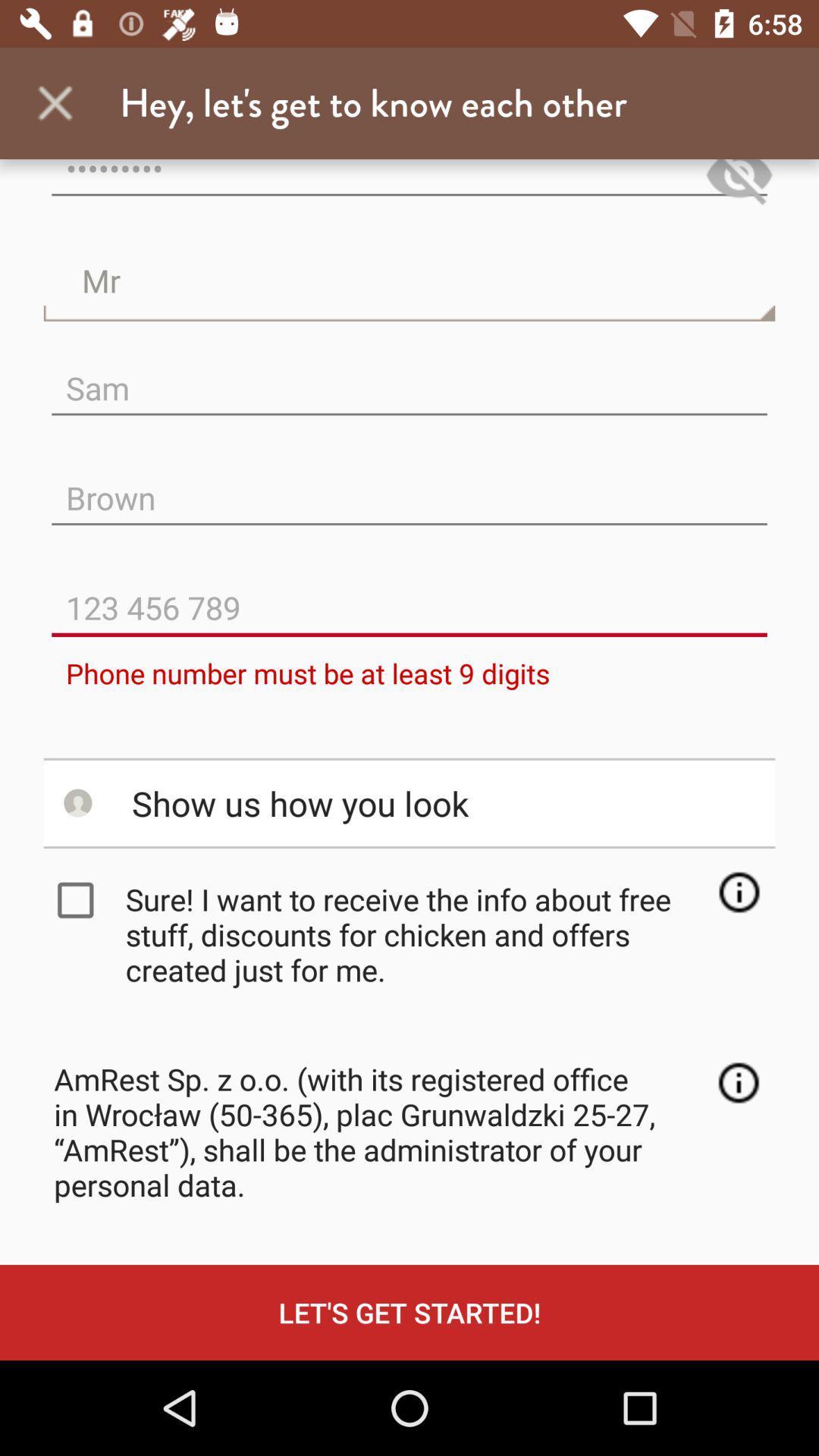 The height and width of the screenshot is (1456, 819). I want to click on the text field which has brown in it, so click(409, 486).